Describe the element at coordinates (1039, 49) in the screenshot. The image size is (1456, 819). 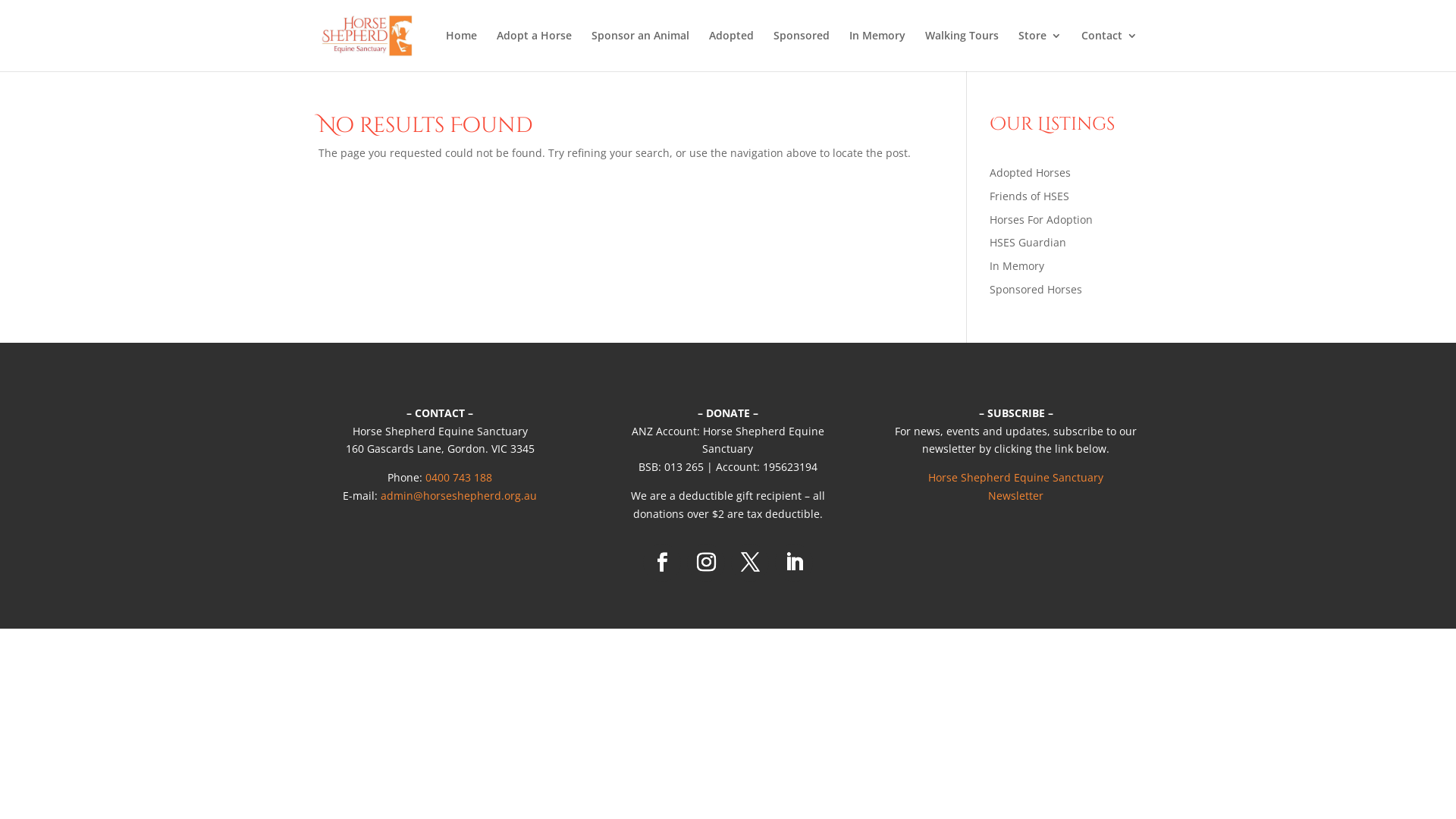
I see `'Store'` at that location.